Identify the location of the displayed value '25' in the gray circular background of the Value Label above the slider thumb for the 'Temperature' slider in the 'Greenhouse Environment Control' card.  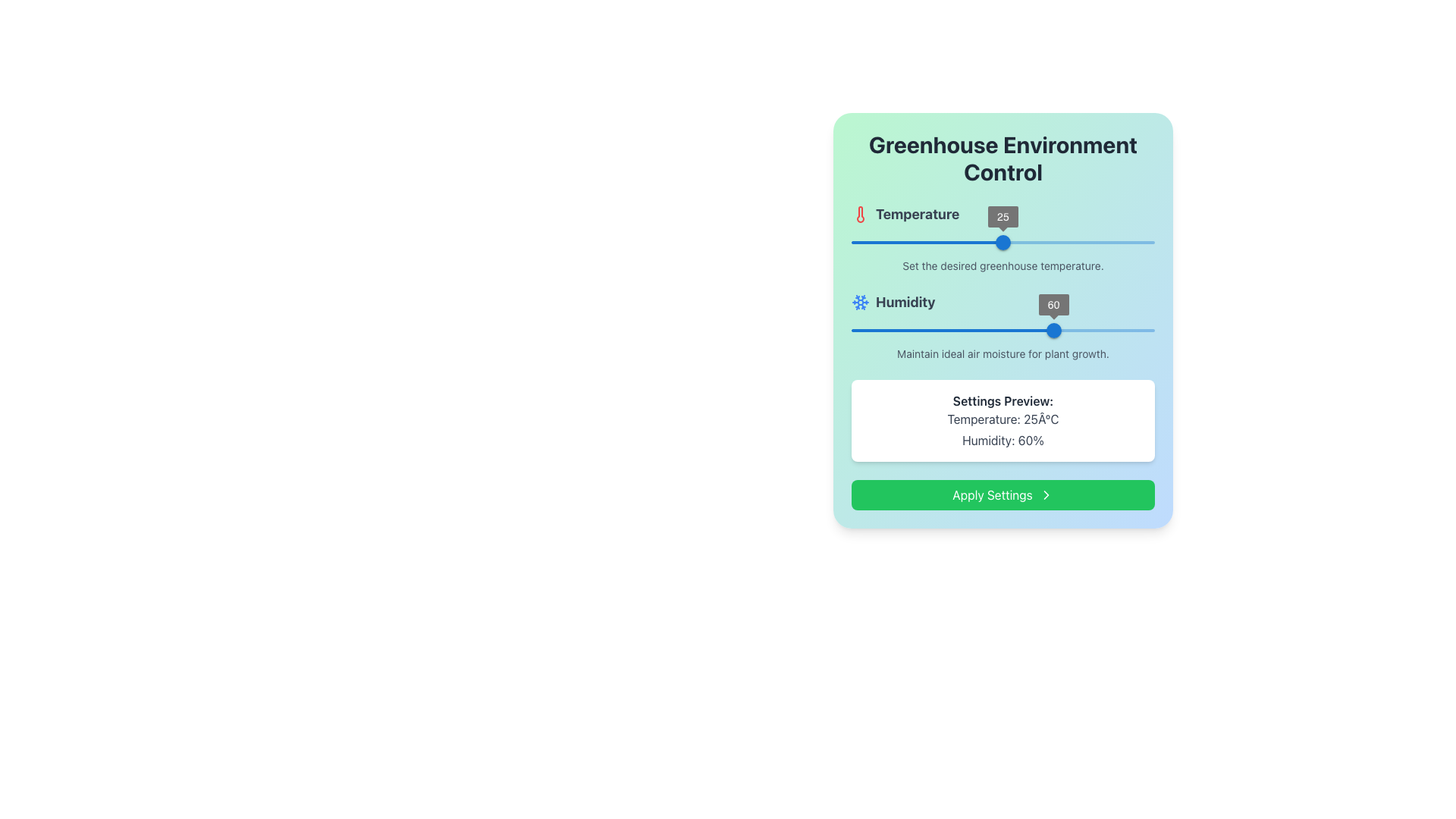
(1003, 216).